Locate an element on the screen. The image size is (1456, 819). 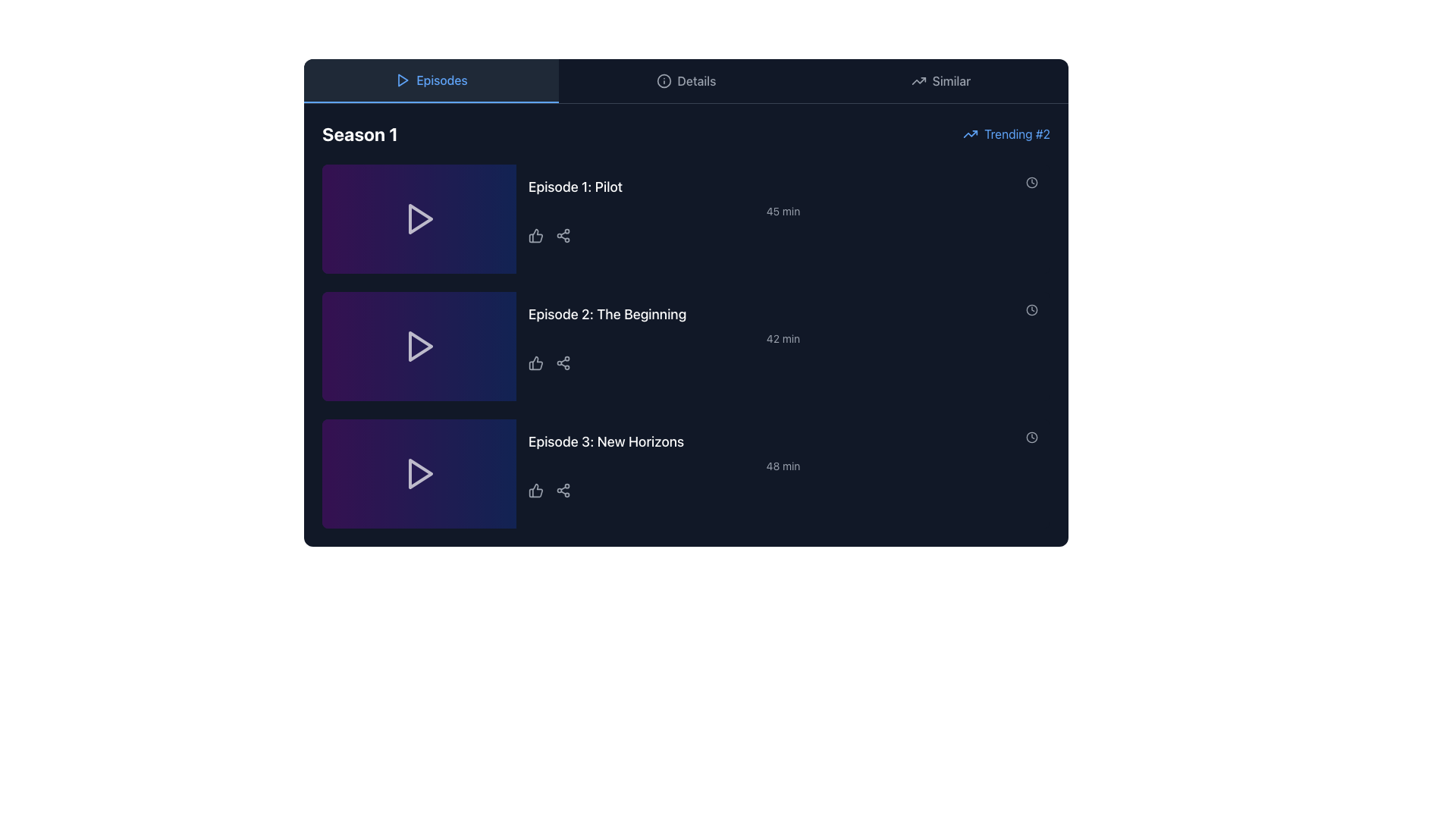
the Text label that indicates the duration of the episode, located in the second episode listing under 'Season 1', adjacent to 'Episode 2: The Beginning' is located at coordinates (783, 338).